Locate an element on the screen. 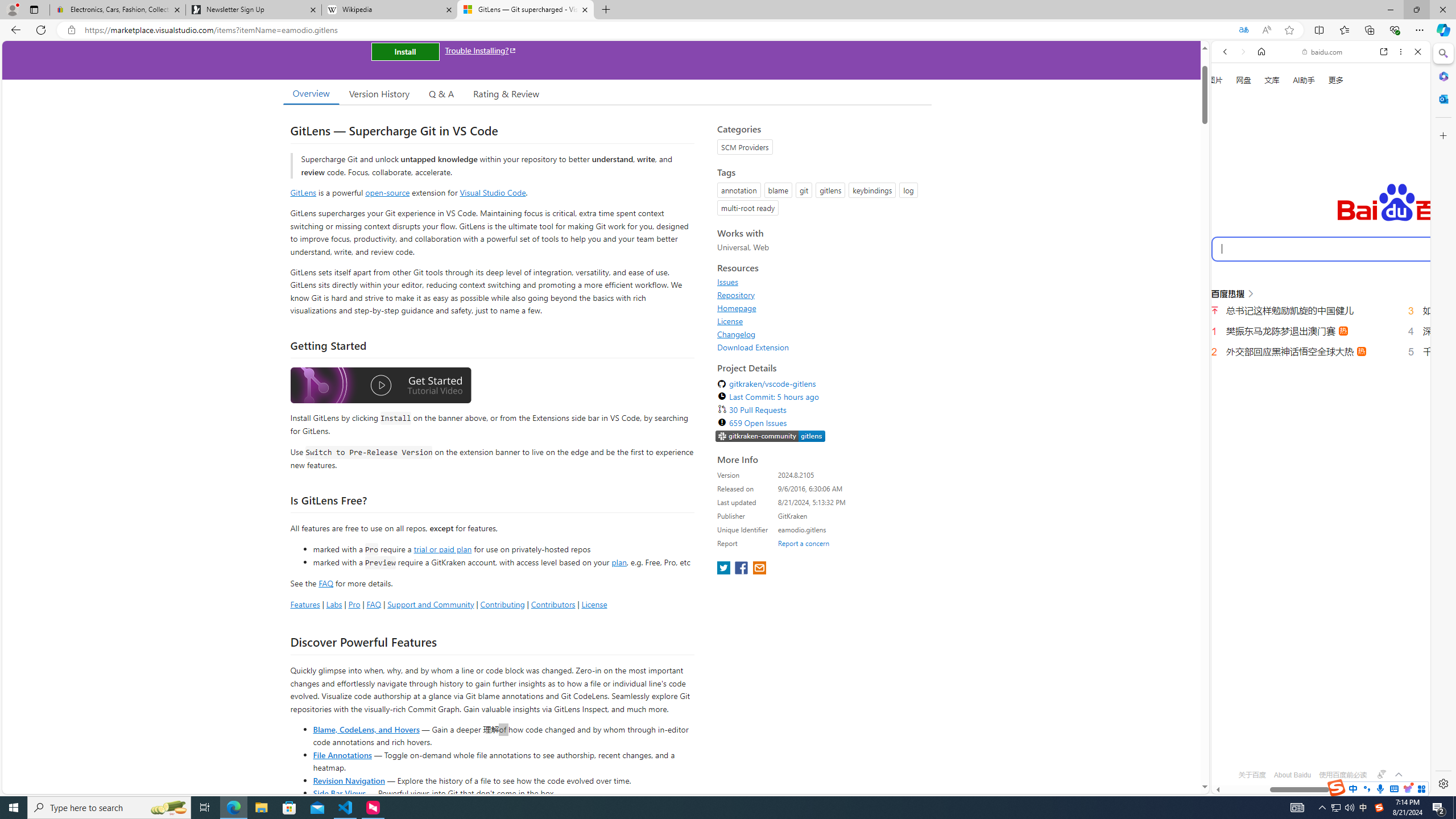 The height and width of the screenshot is (819, 1456). 'OFTV' is located at coordinates (1316, 743).